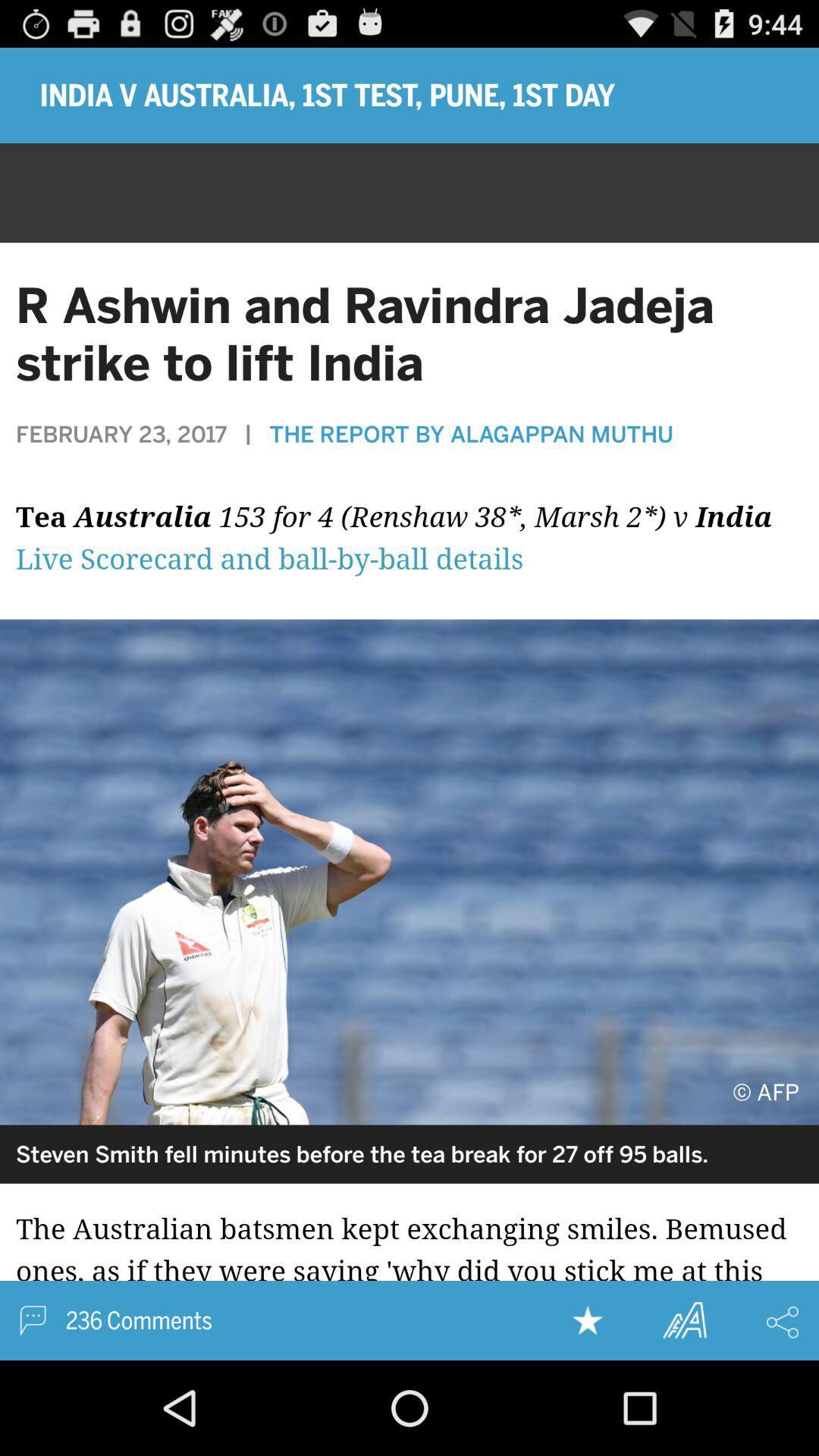 This screenshot has width=819, height=1456. Describe the element at coordinates (783, 1414) in the screenshot. I see `the share icon` at that location.